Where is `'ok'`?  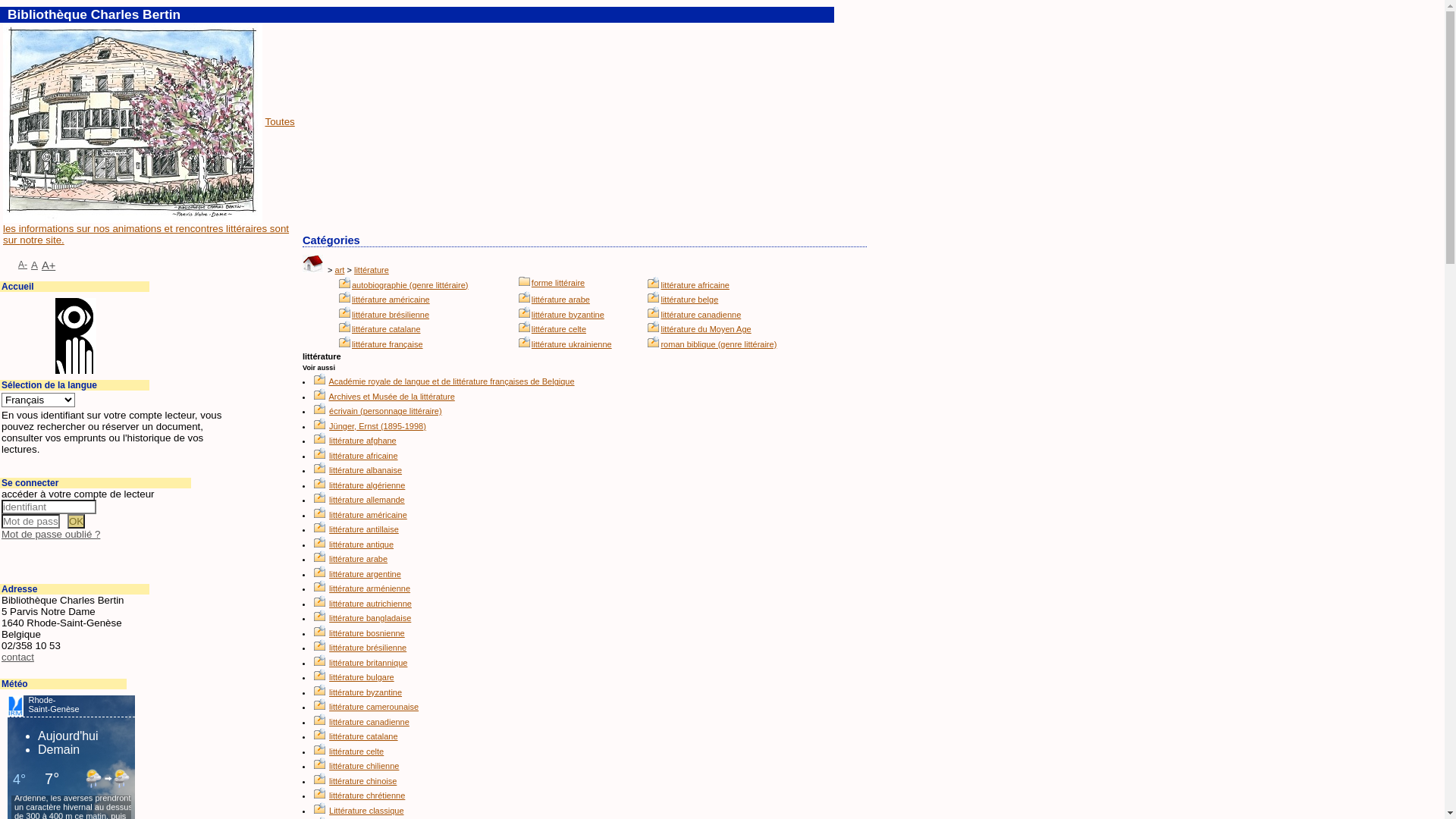 'ok' is located at coordinates (75, 520).